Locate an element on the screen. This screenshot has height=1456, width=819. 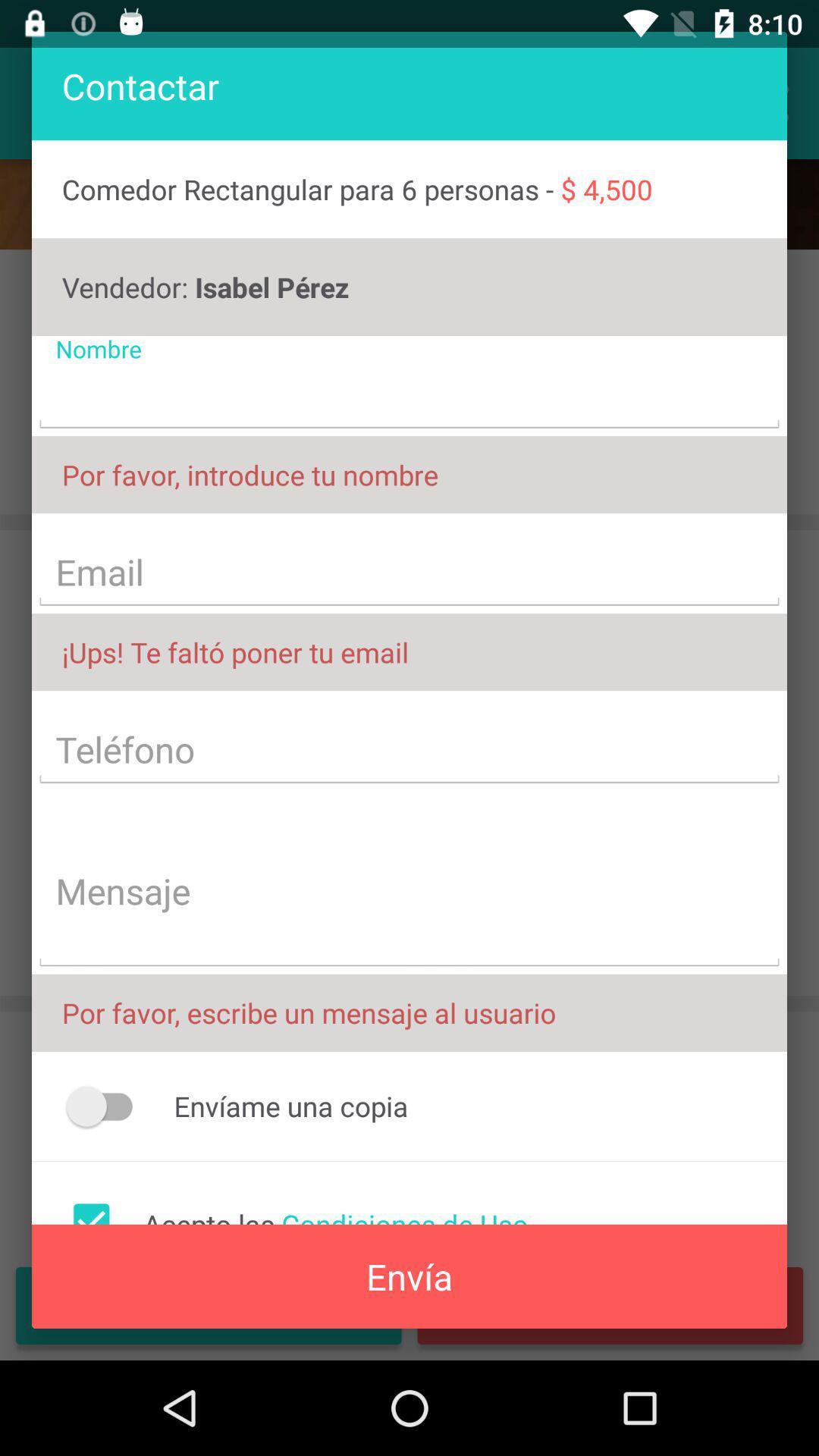
the text below email option is located at coordinates (409, 651).